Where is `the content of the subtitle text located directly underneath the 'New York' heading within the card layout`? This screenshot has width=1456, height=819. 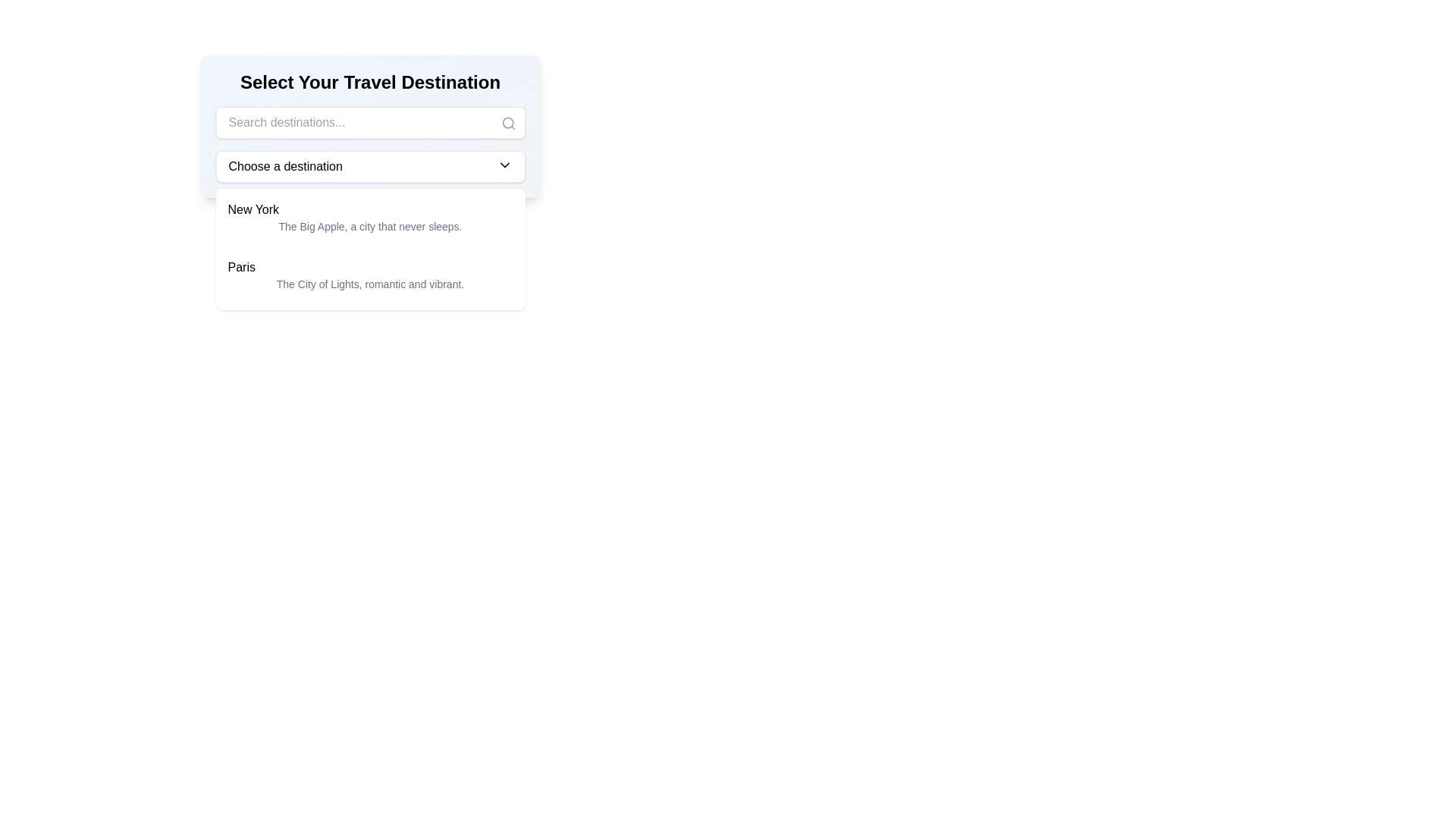
the content of the subtitle text located directly underneath the 'New York' heading within the card layout is located at coordinates (370, 227).